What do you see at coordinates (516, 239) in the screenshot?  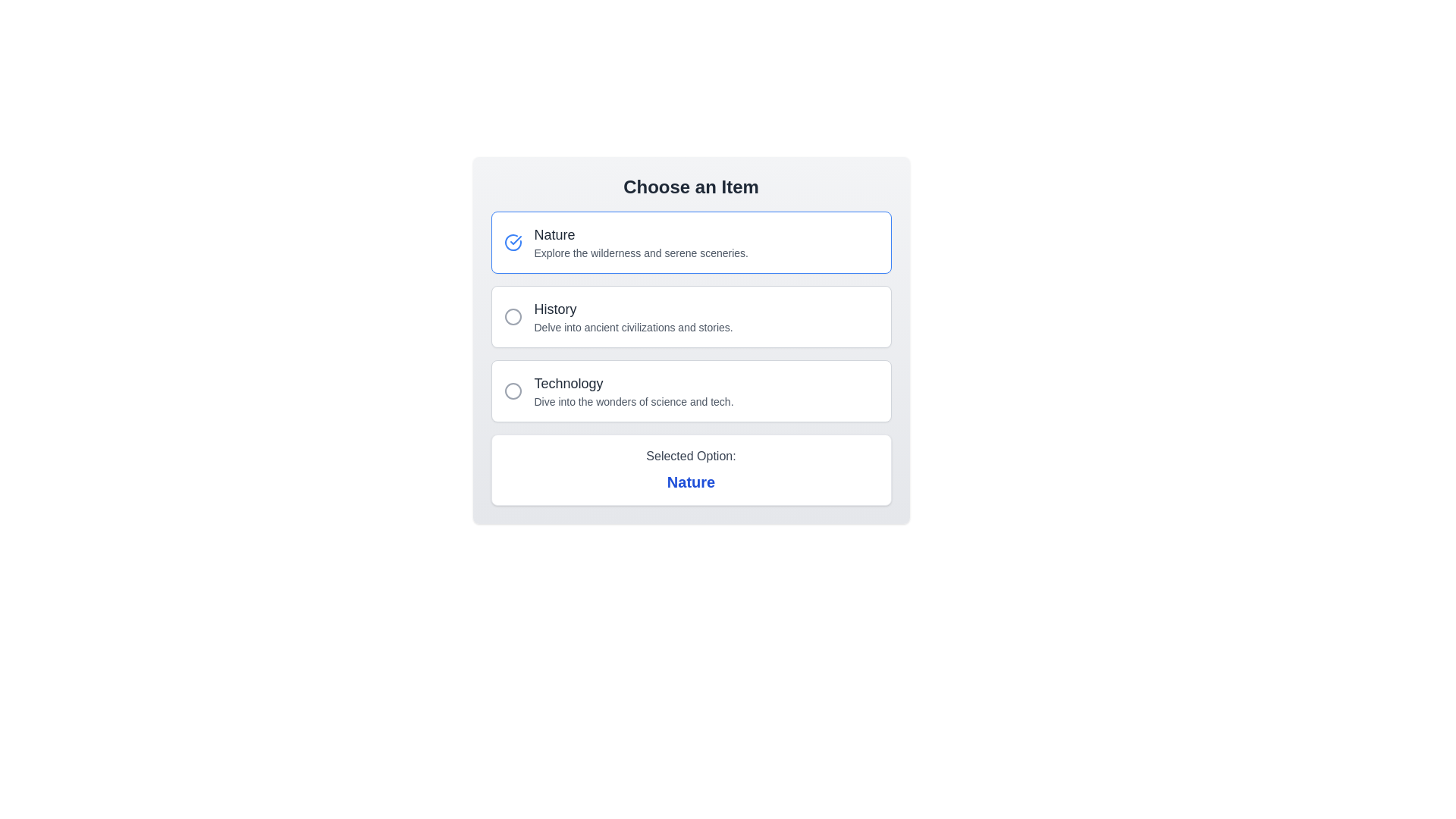 I see `the checkmark icon that indicates the 'Nature' option is currently selected, located to the left of the 'Nature' option text` at bounding box center [516, 239].